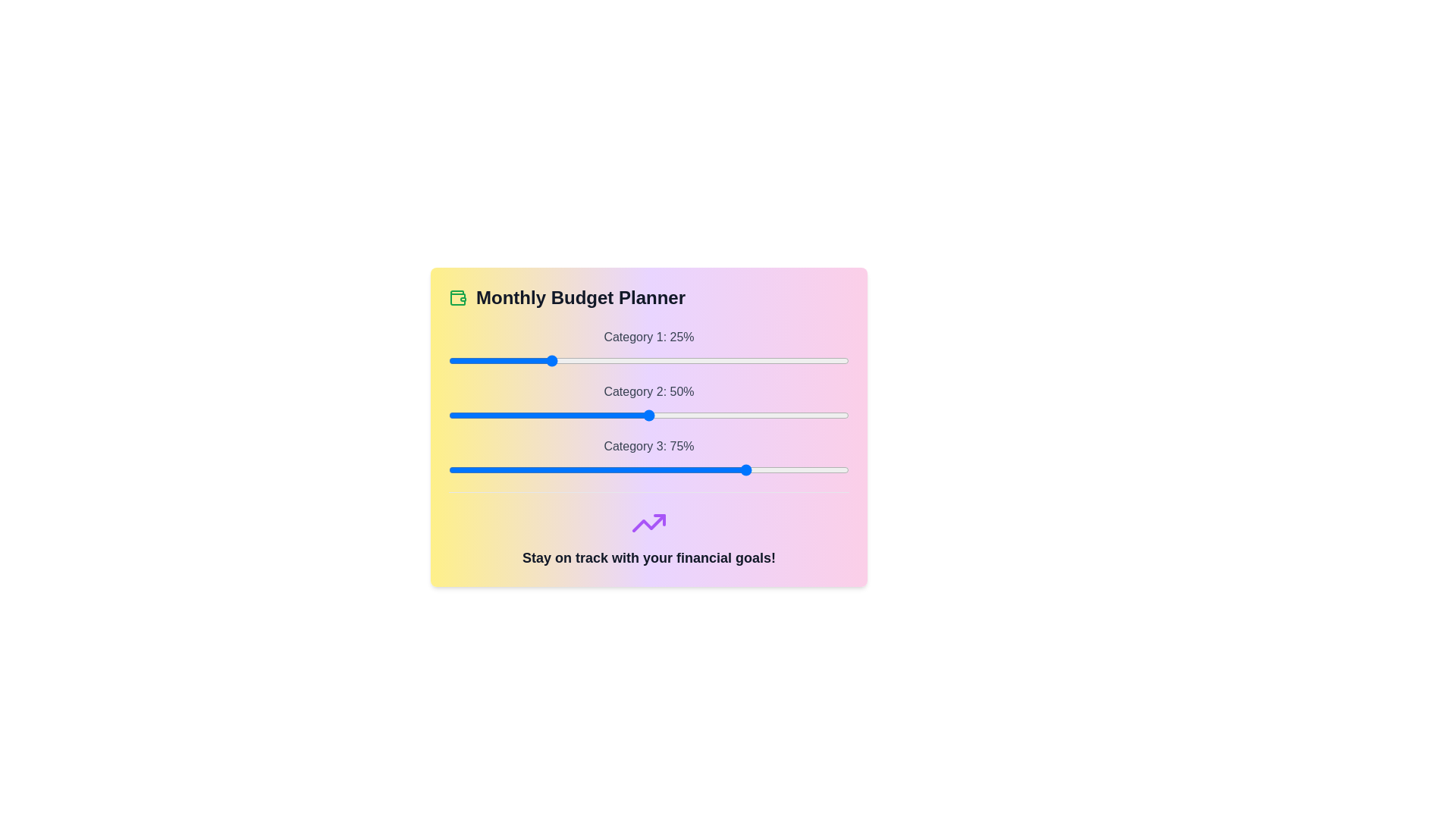  I want to click on the slider for Category 1 to 36%, so click(592, 360).